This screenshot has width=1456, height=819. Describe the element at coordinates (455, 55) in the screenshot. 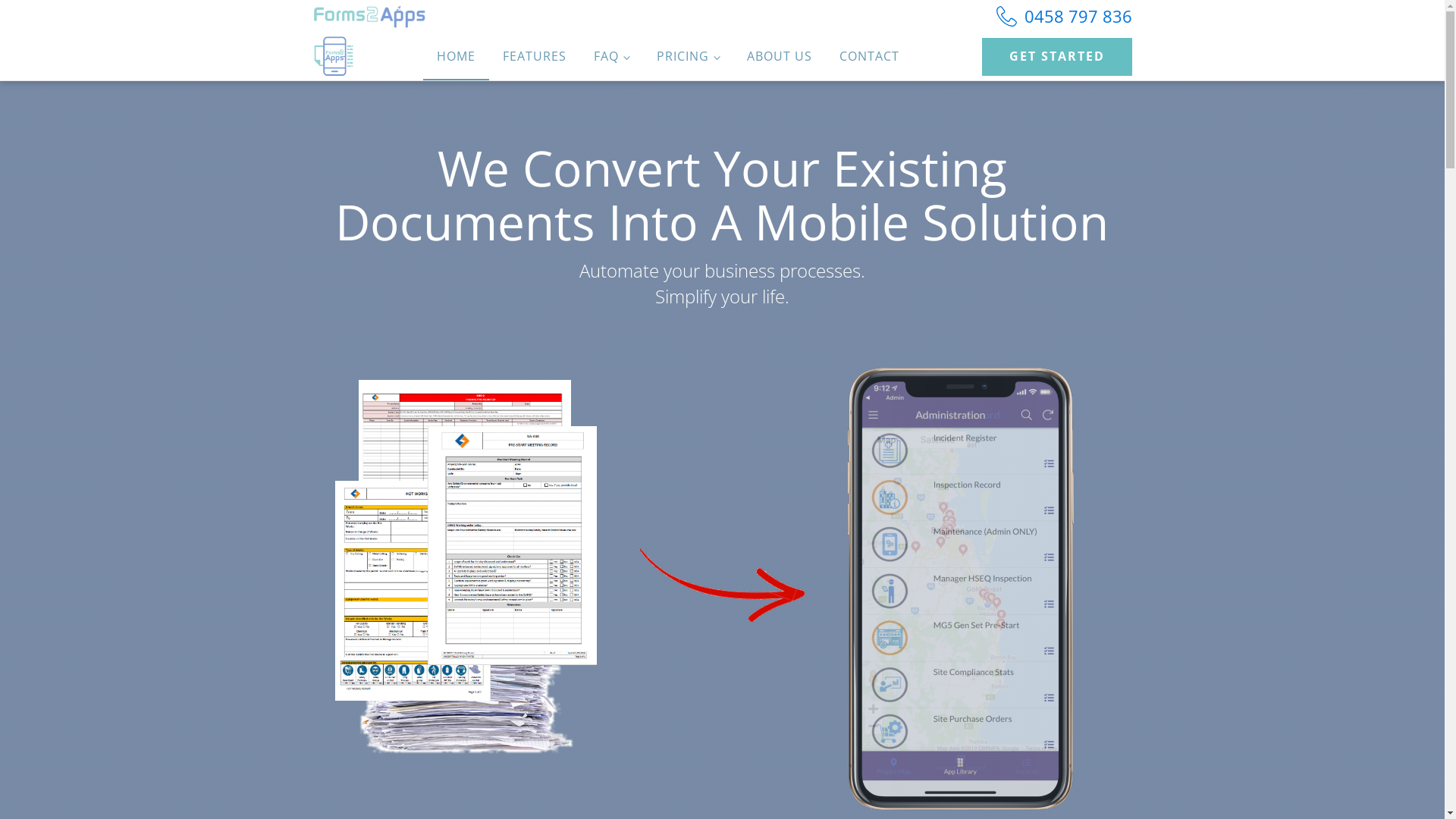

I see `'HOME'` at that location.